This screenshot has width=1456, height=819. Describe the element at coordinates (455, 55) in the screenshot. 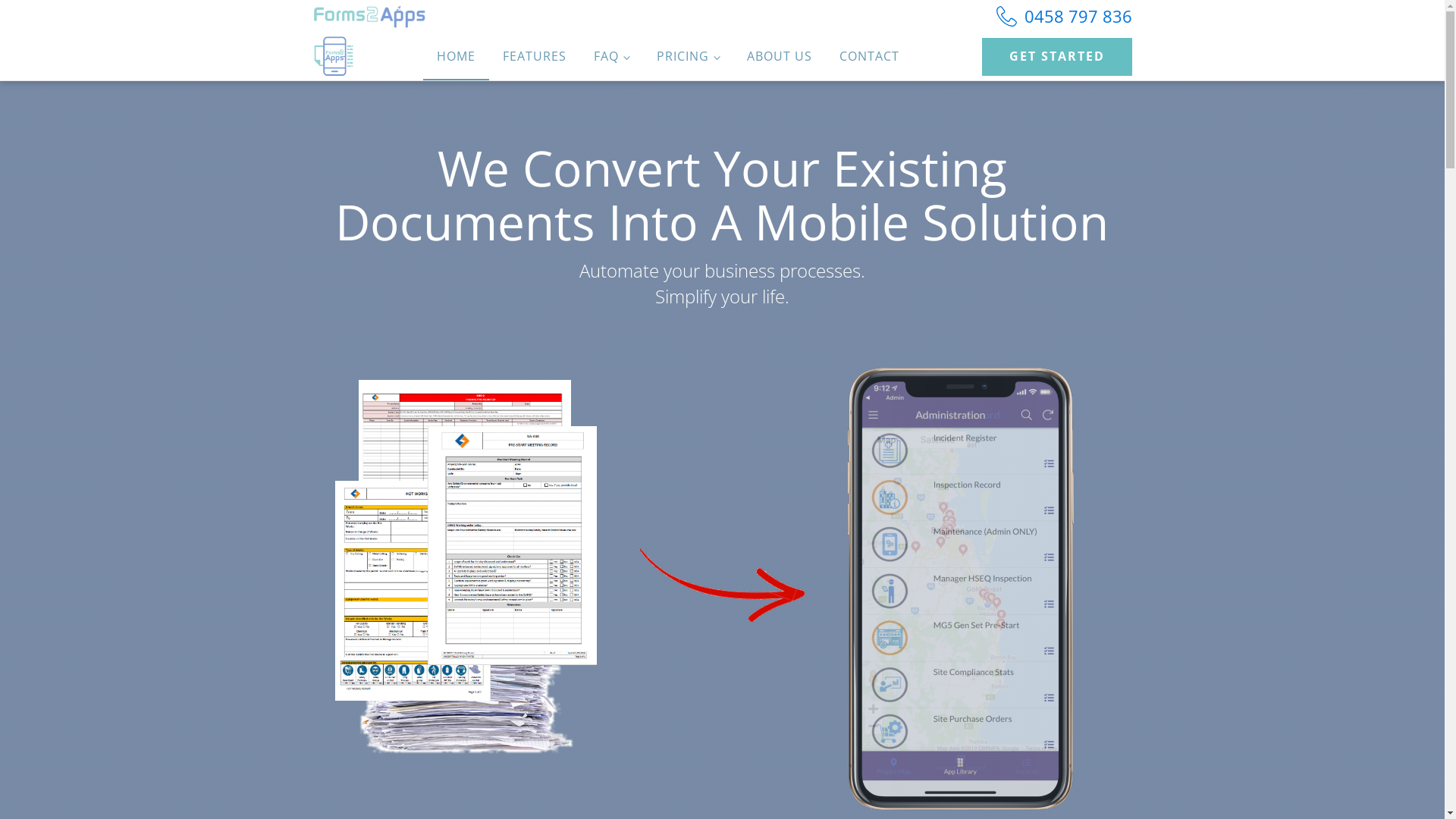

I see `'HOME'` at that location.